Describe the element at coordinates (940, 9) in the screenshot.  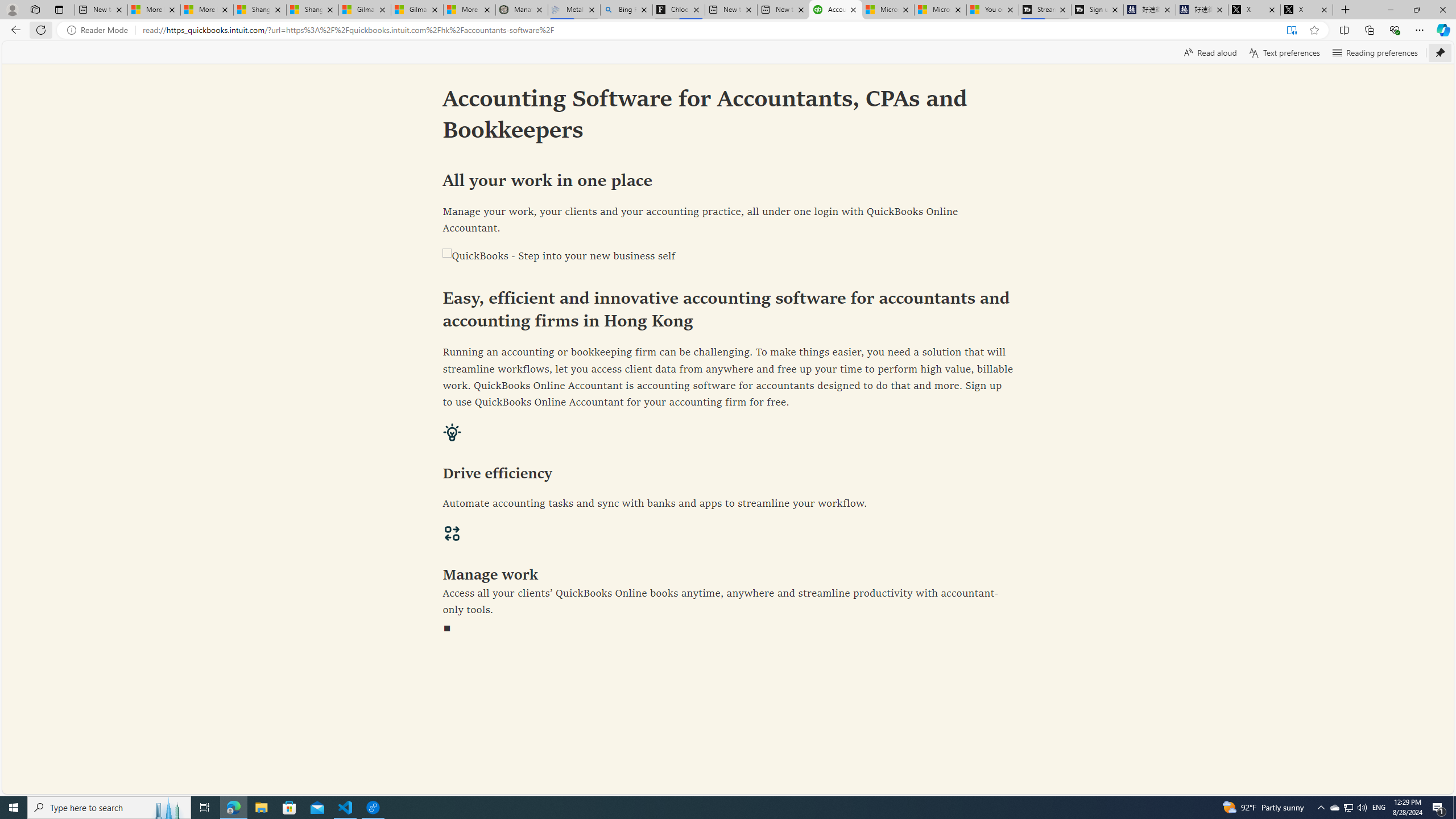
I see `'Microsoft Start'` at that location.